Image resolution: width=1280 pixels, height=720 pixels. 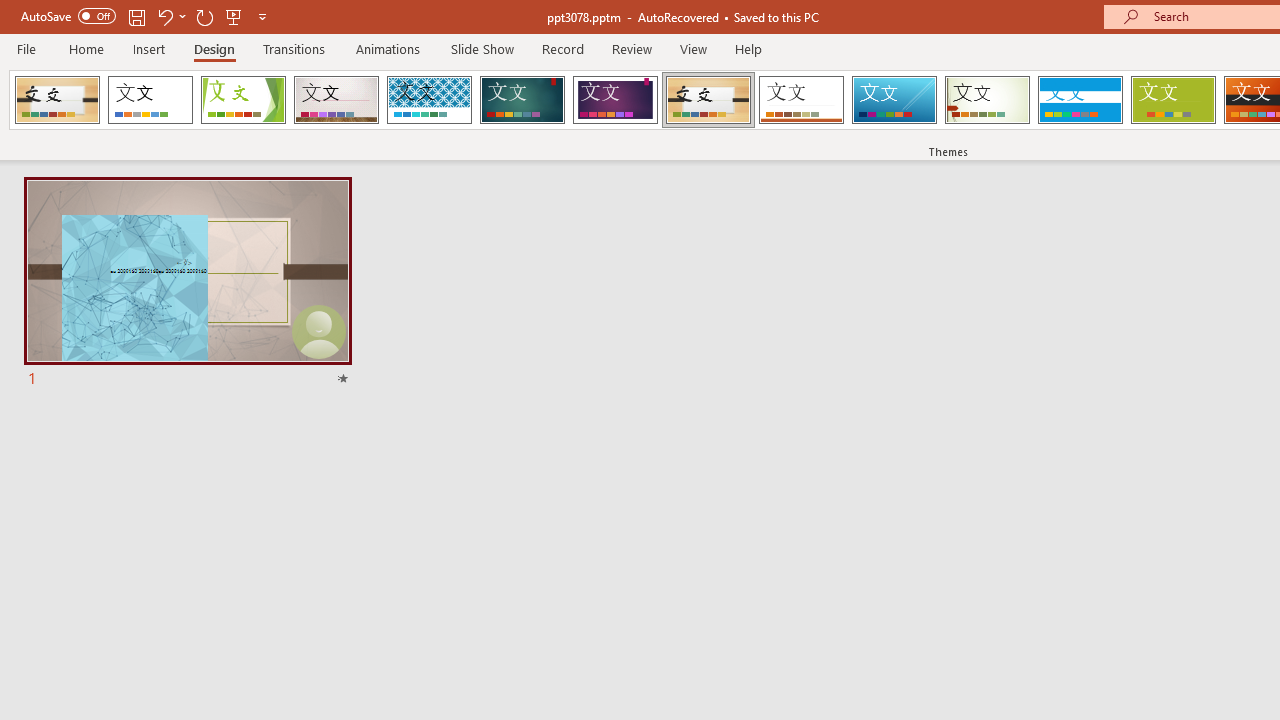 I want to click on 'Gallery', so click(x=336, y=100).